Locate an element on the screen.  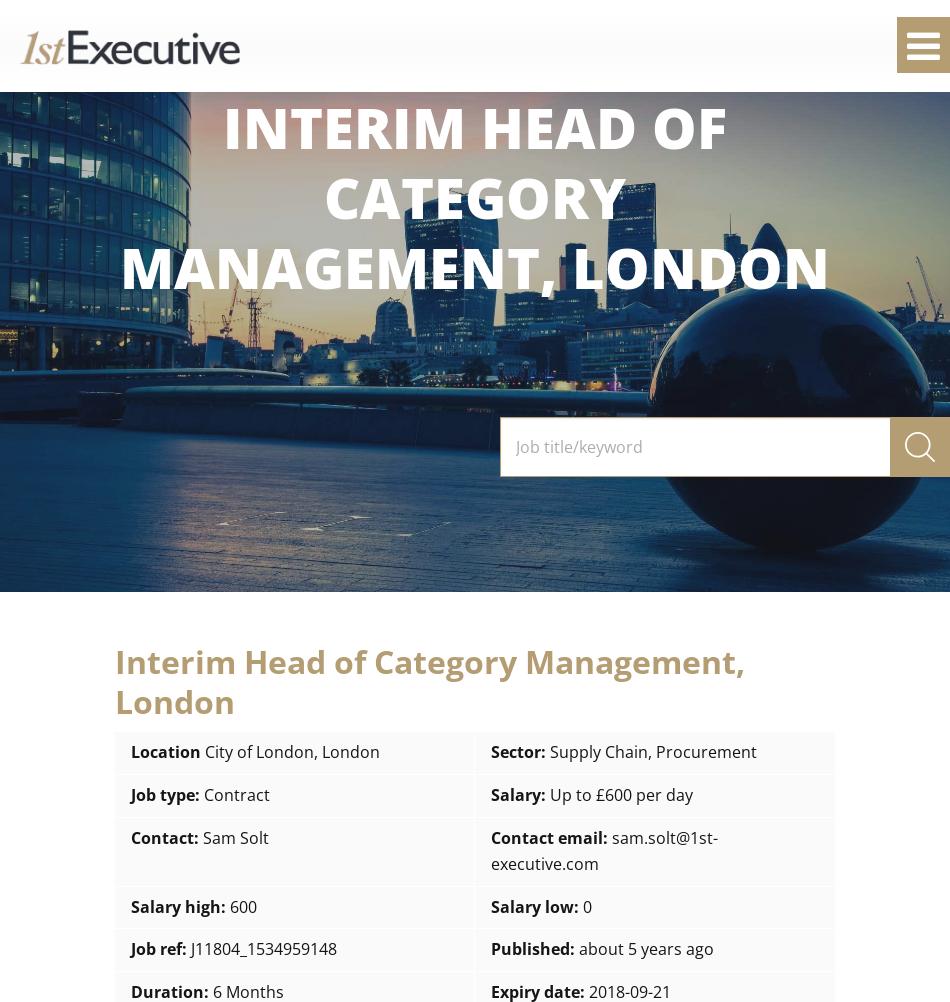
'Location' is located at coordinates (131, 752).